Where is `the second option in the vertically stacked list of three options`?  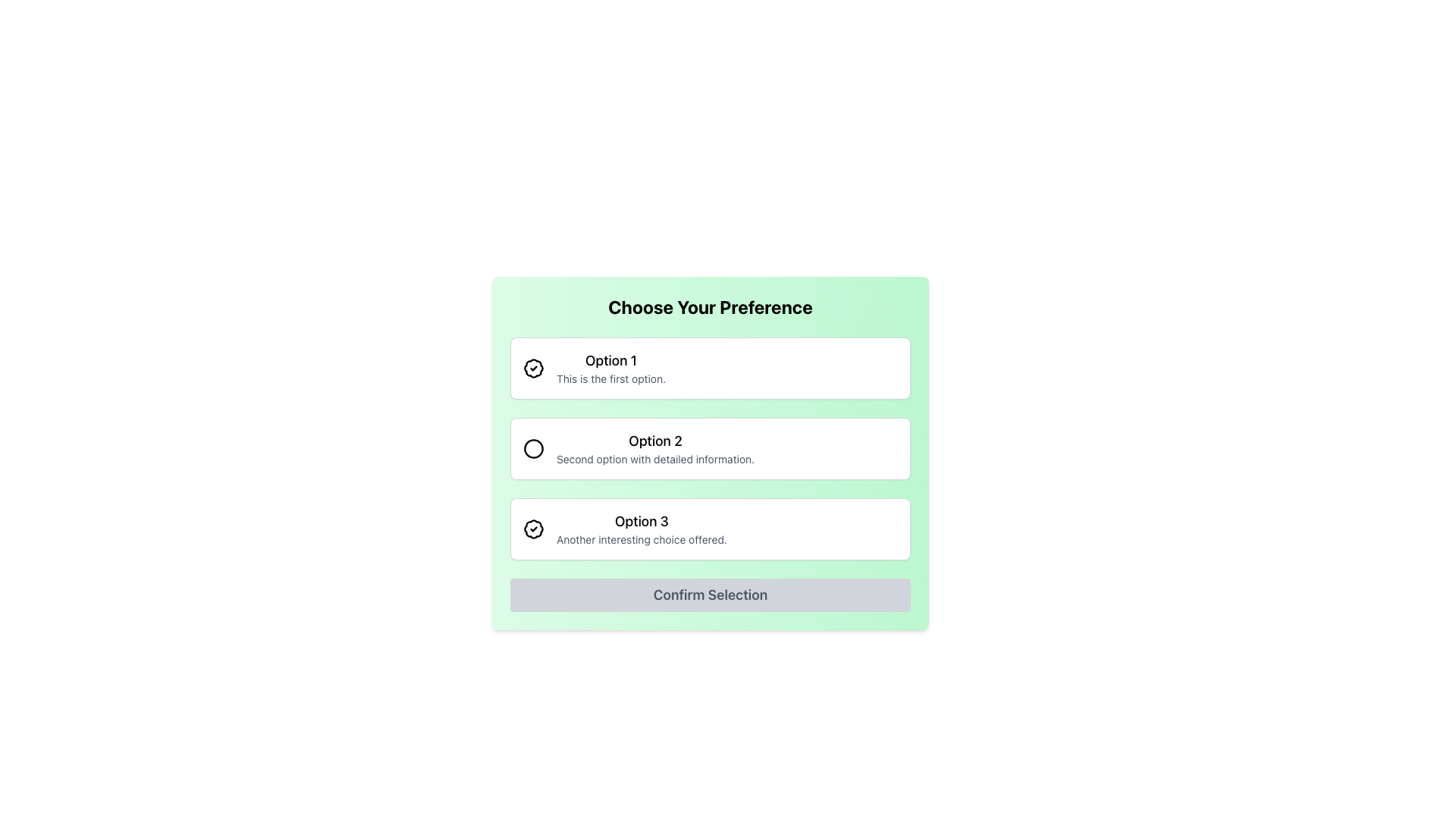 the second option in the vertically stacked list of three options is located at coordinates (709, 447).